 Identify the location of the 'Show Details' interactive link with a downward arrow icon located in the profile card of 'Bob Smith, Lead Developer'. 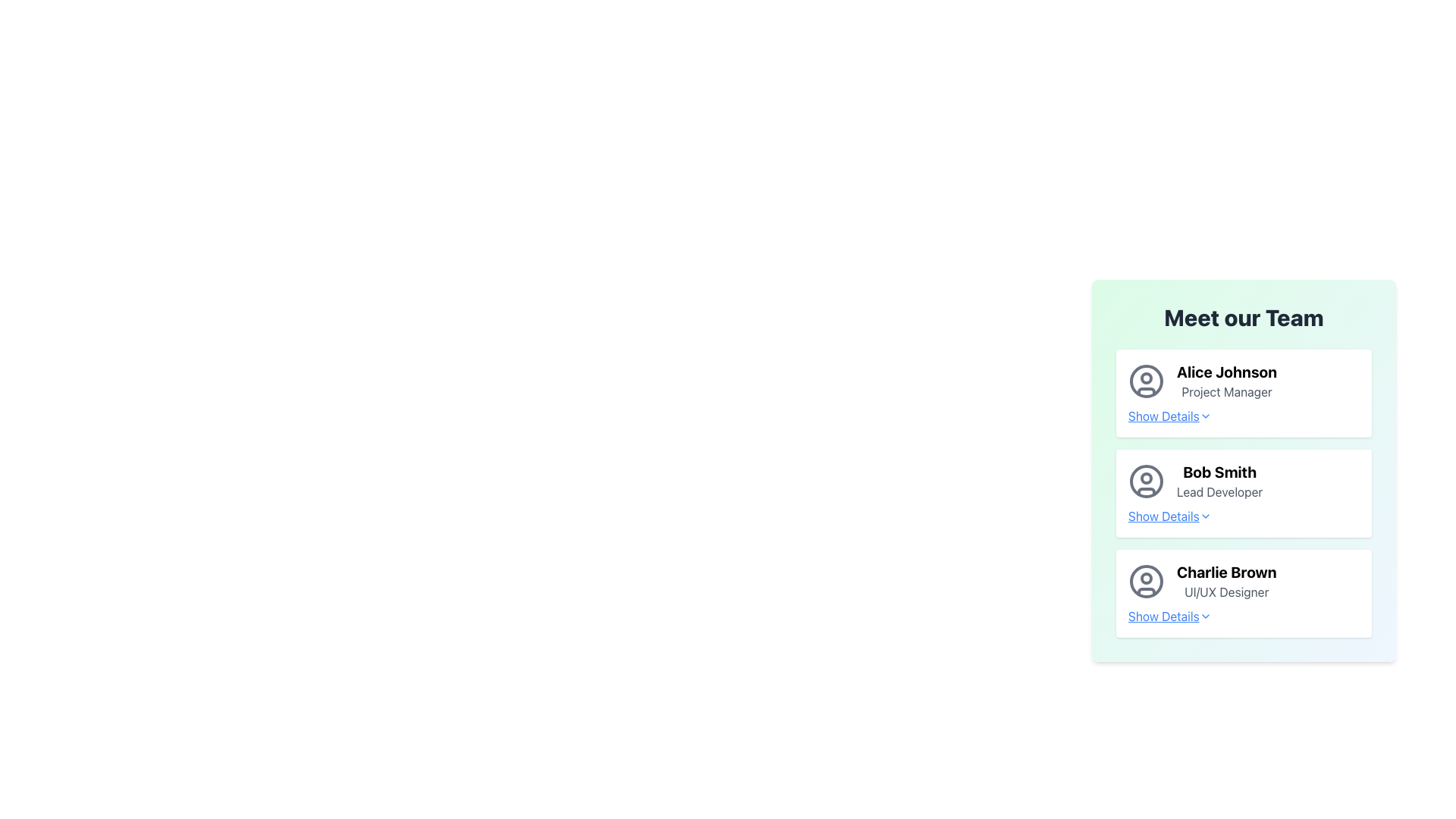
(1169, 516).